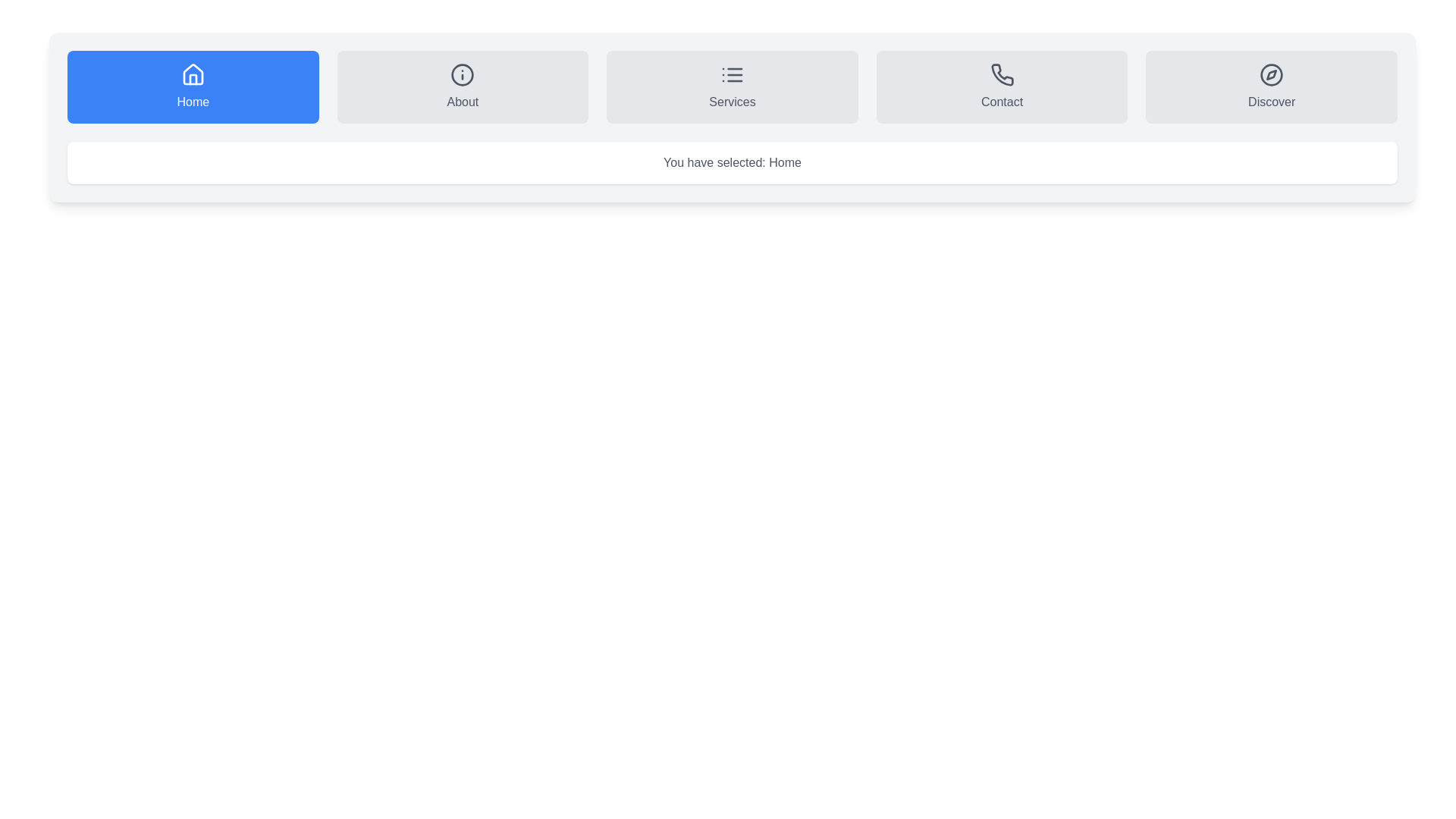 This screenshot has width=1456, height=819. Describe the element at coordinates (1002, 102) in the screenshot. I see `the static text label displaying 'Contact', which is positioned beneath a telephone receiver icon within a gray button in the navigation panel` at that location.